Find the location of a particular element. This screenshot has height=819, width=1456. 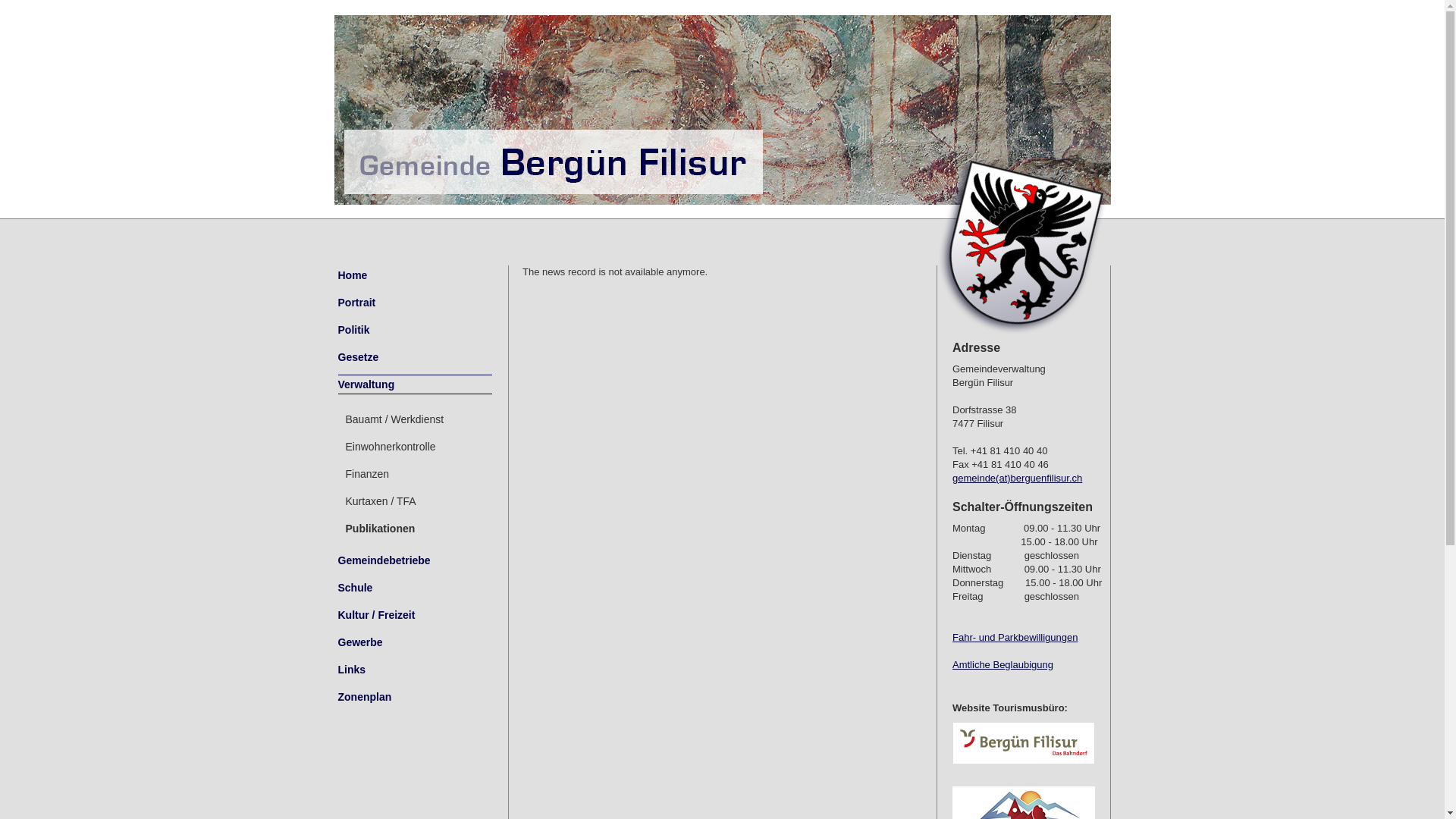

'Gesetze' is located at coordinates (415, 356).